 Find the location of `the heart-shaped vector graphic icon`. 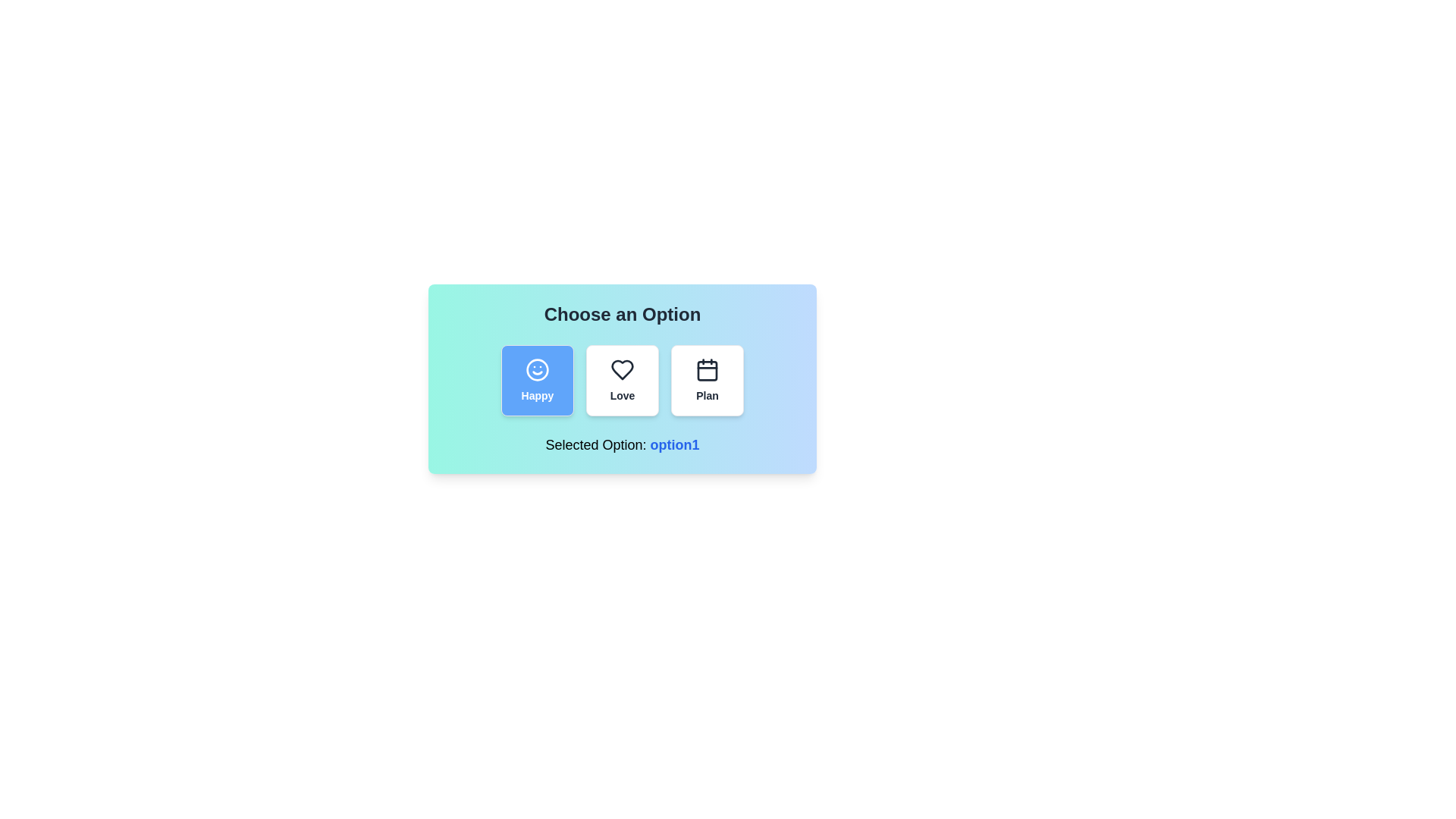

the heart-shaped vector graphic icon is located at coordinates (622, 370).